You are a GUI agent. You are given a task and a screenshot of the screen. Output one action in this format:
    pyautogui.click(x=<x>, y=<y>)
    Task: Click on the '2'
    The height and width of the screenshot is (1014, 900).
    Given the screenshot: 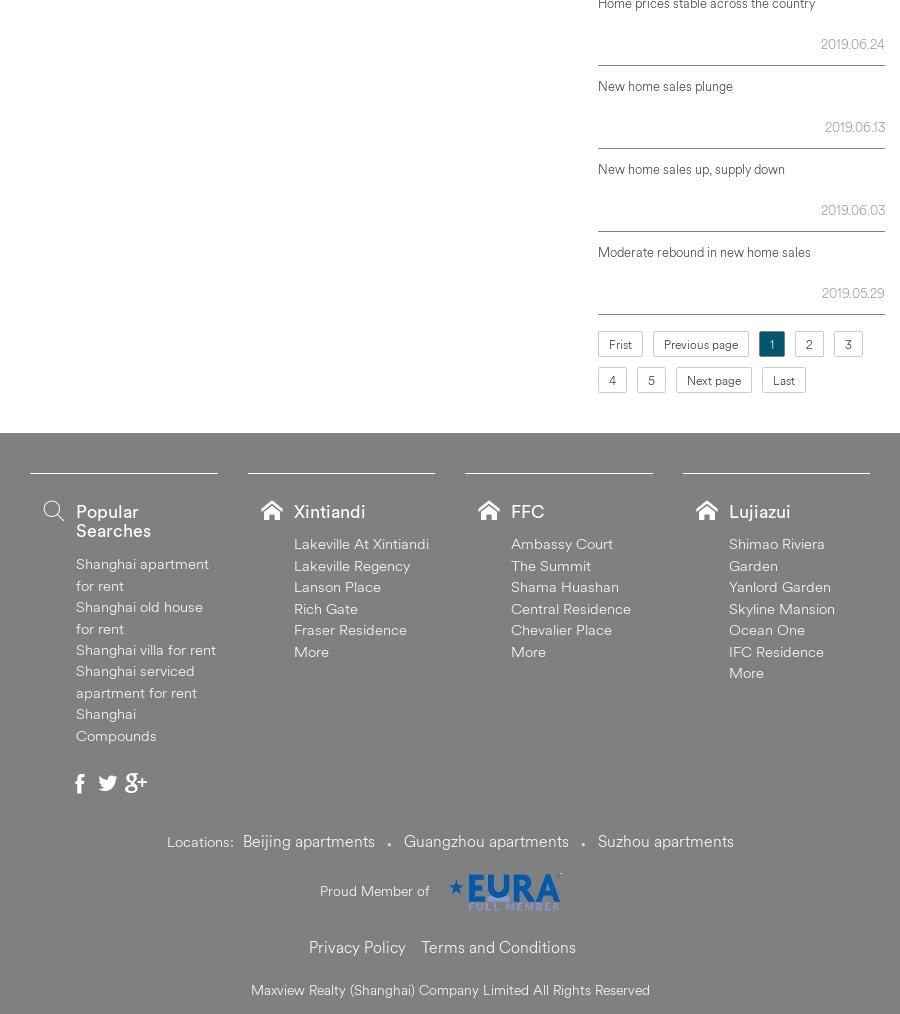 What is the action you would take?
    pyautogui.click(x=808, y=342)
    